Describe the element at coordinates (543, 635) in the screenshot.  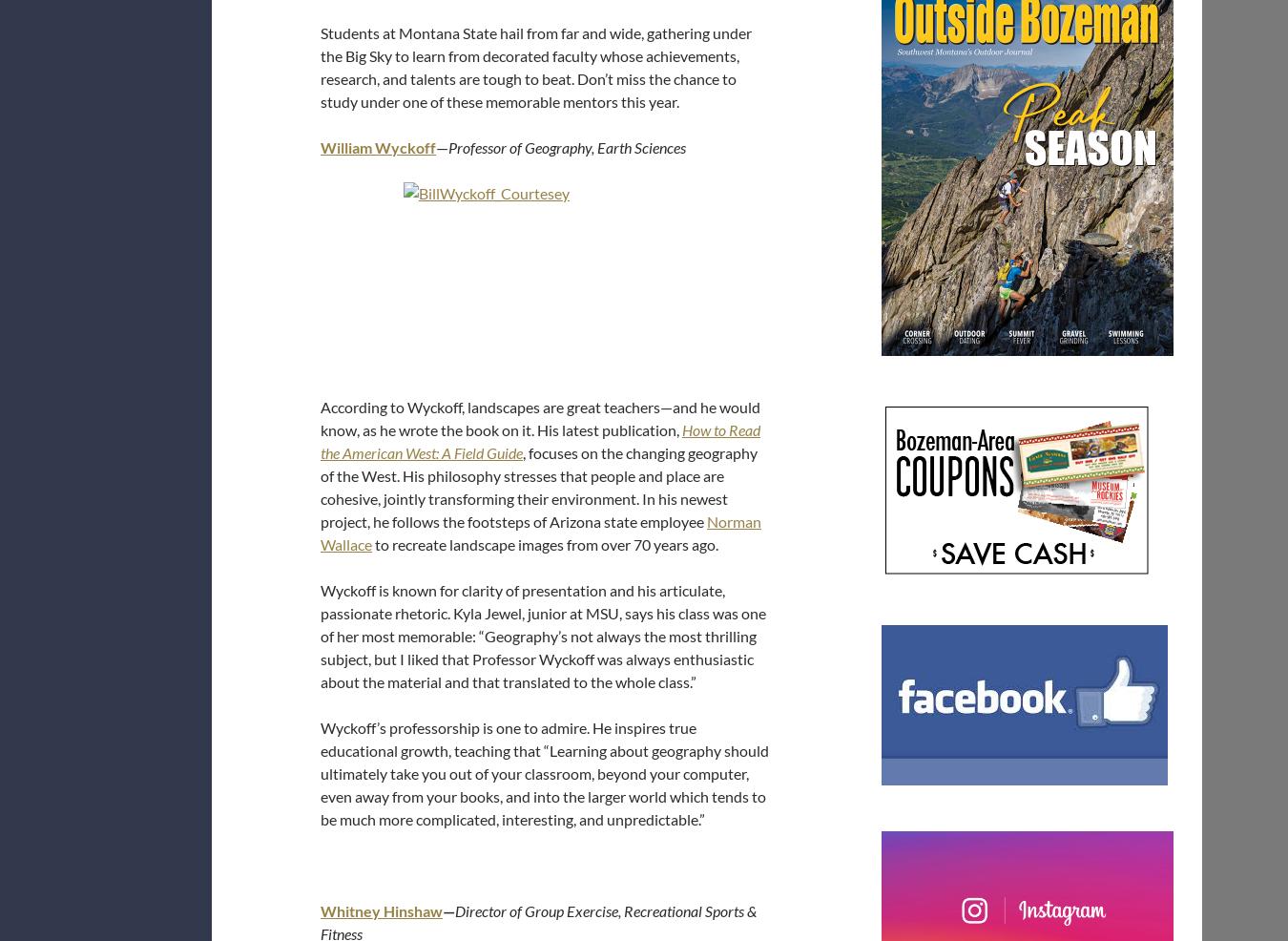
I see `'Wyckoff is known for clarity of presentation and his articulate, passionate rhetoric. Kyla Jewel, junior at MSU, says his class was one of her most memorable: “Geography’s not always the most thrilling subject, but I liked that Professor Wyckoff was always enthusiastic about the material and that translated to the whole class.”'` at that location.